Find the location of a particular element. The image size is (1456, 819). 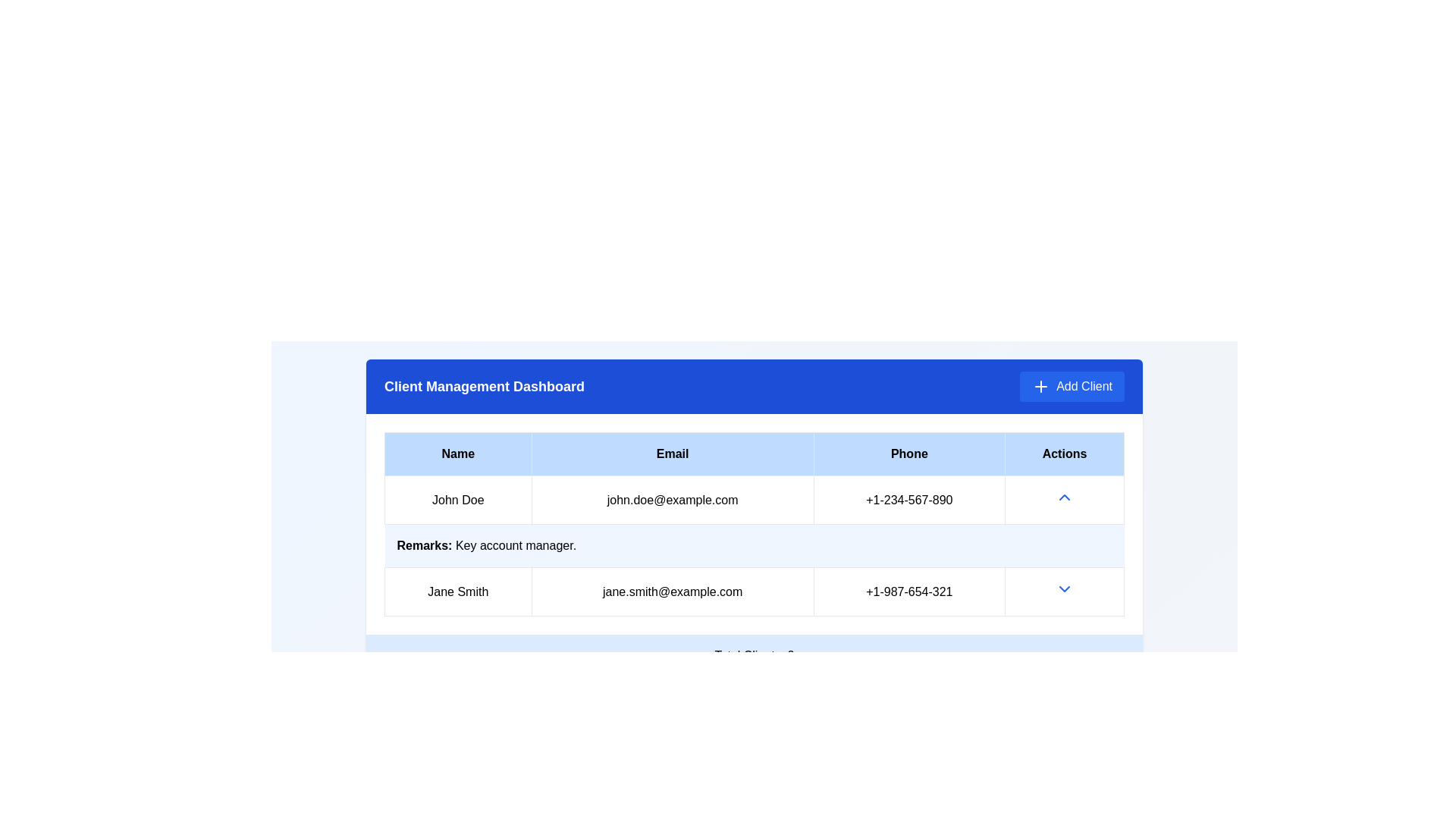

the blue downward-pointing chevron icon in the 'Actions' column for the row labeled 'Jane Smith' is located at coordinates (1063, 591).